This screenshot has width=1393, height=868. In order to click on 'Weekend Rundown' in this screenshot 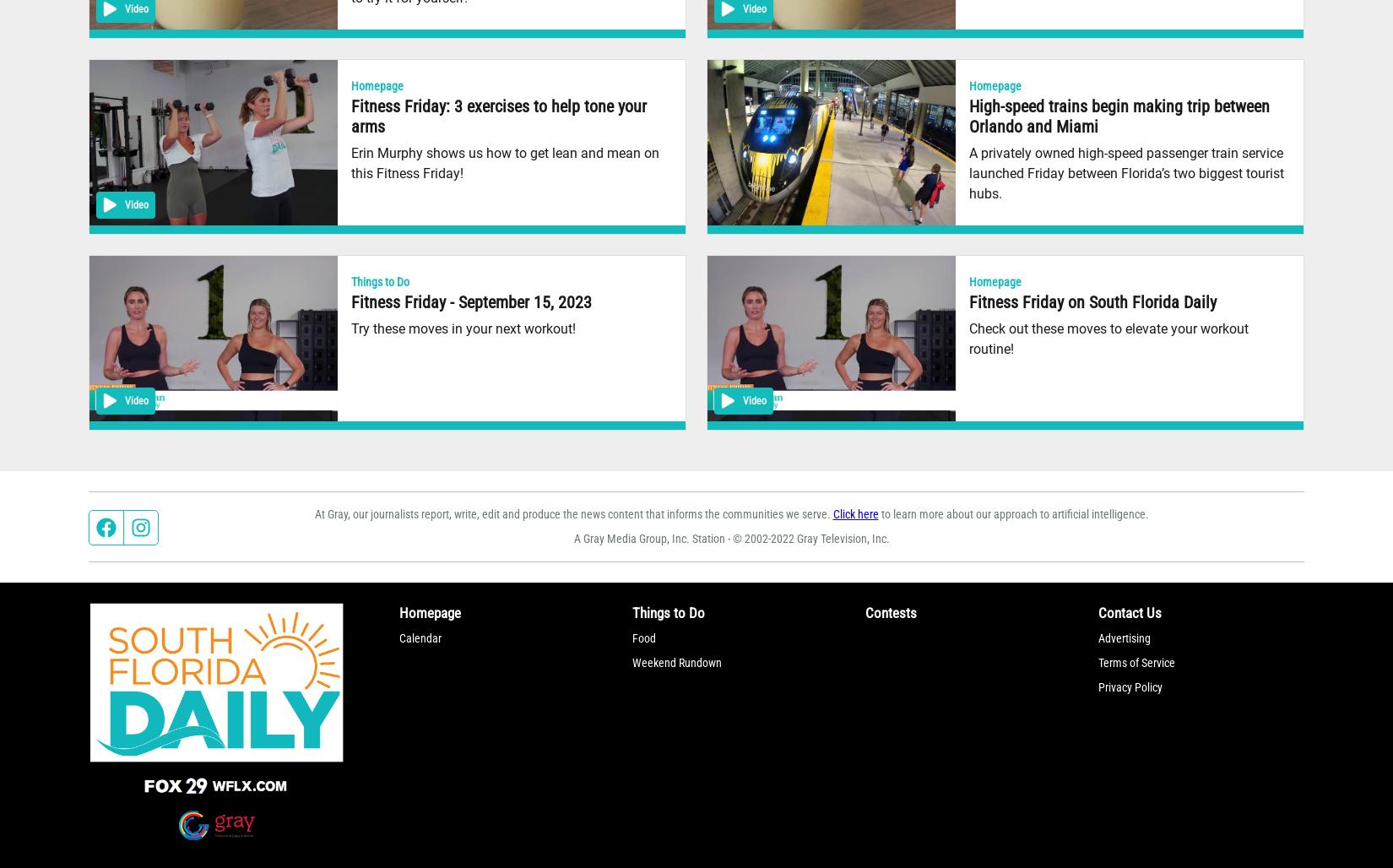, I will do `click(676, 661)`.